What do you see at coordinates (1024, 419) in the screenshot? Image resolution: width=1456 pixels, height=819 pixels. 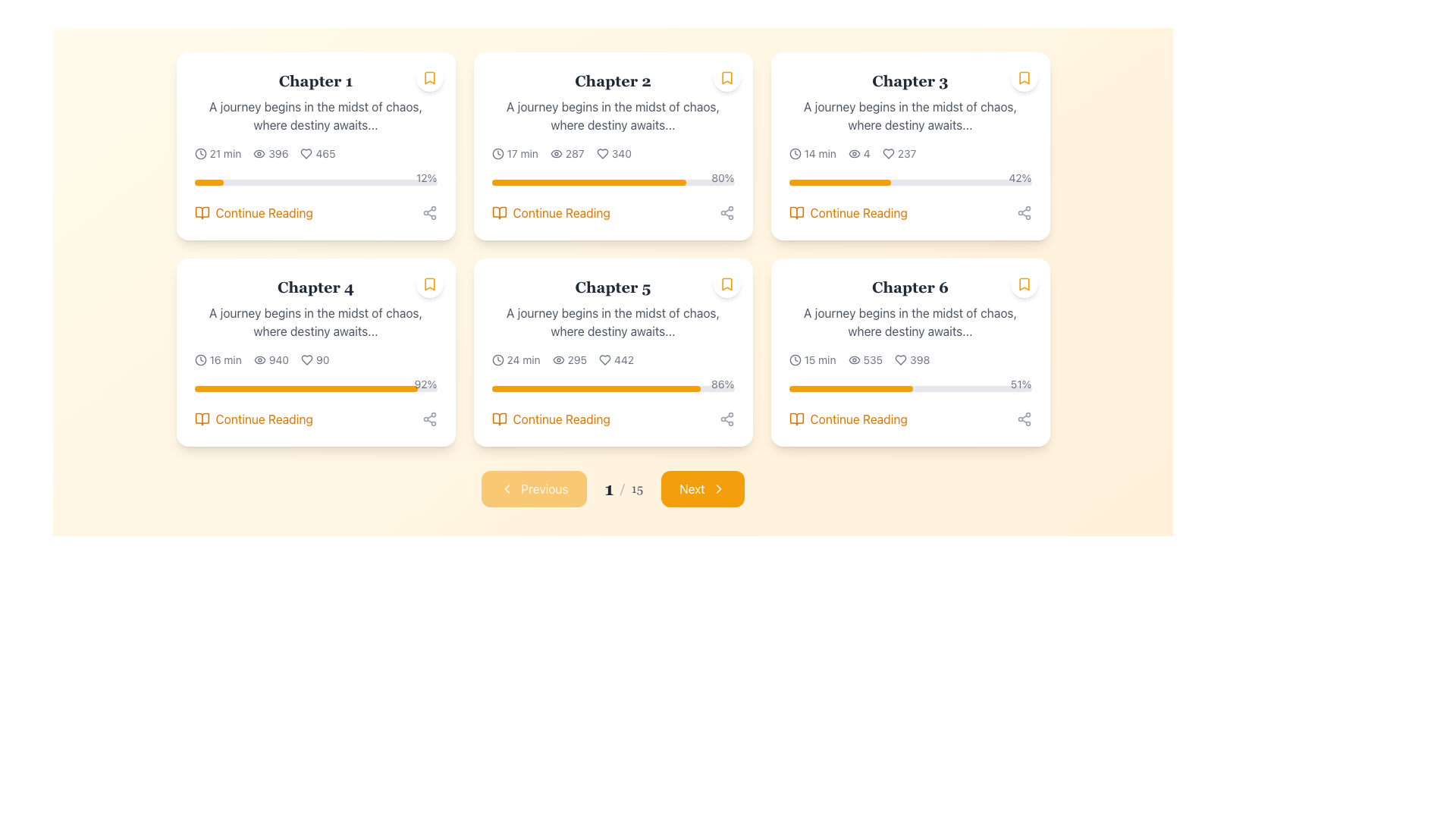 I see `the Share button located at the bottom-right corner of the 'Chapter 6' card` at bounding box center [1024, 419].